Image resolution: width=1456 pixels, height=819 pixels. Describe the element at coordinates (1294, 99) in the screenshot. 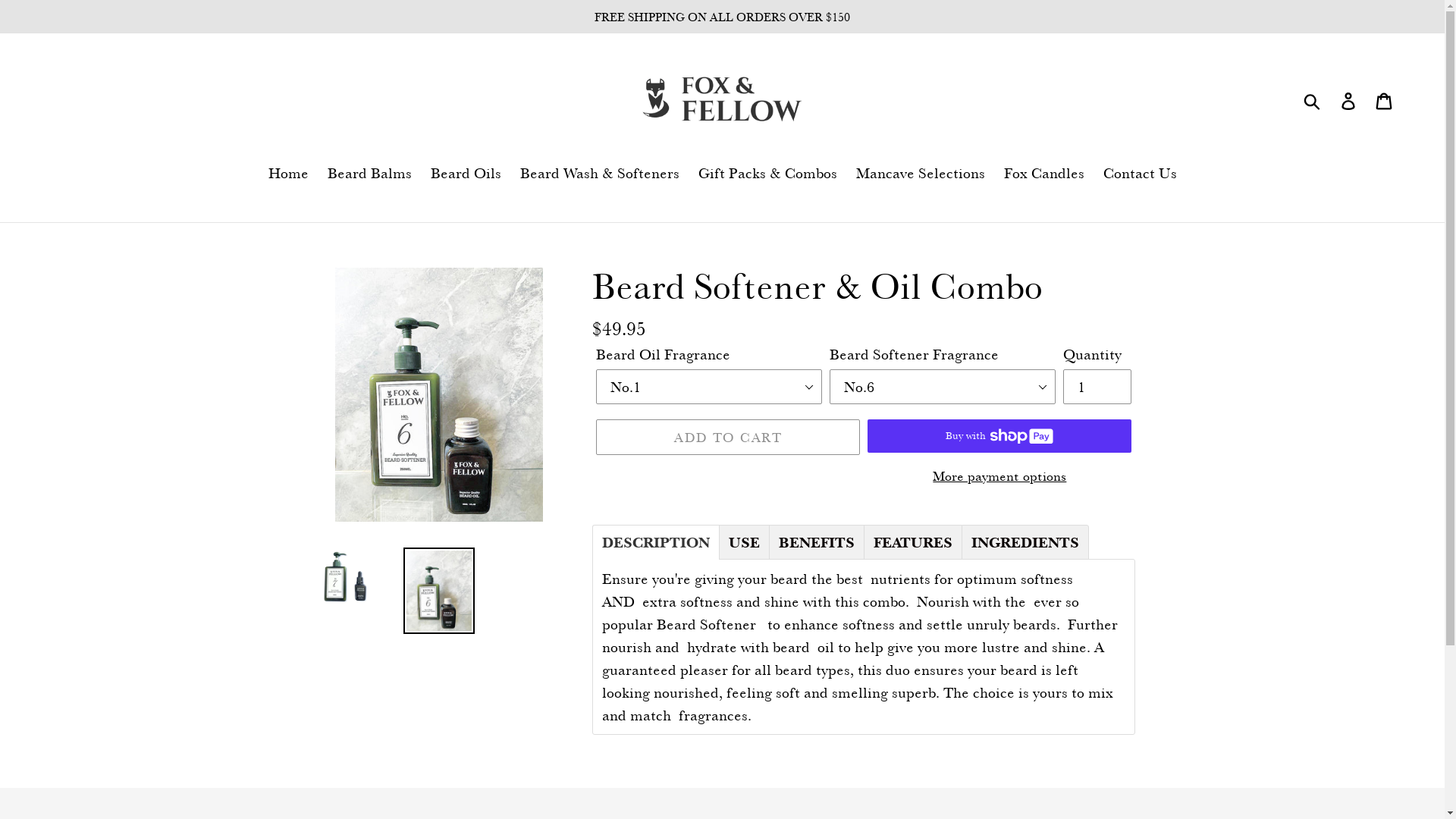

I see `'Submit'` at that location.